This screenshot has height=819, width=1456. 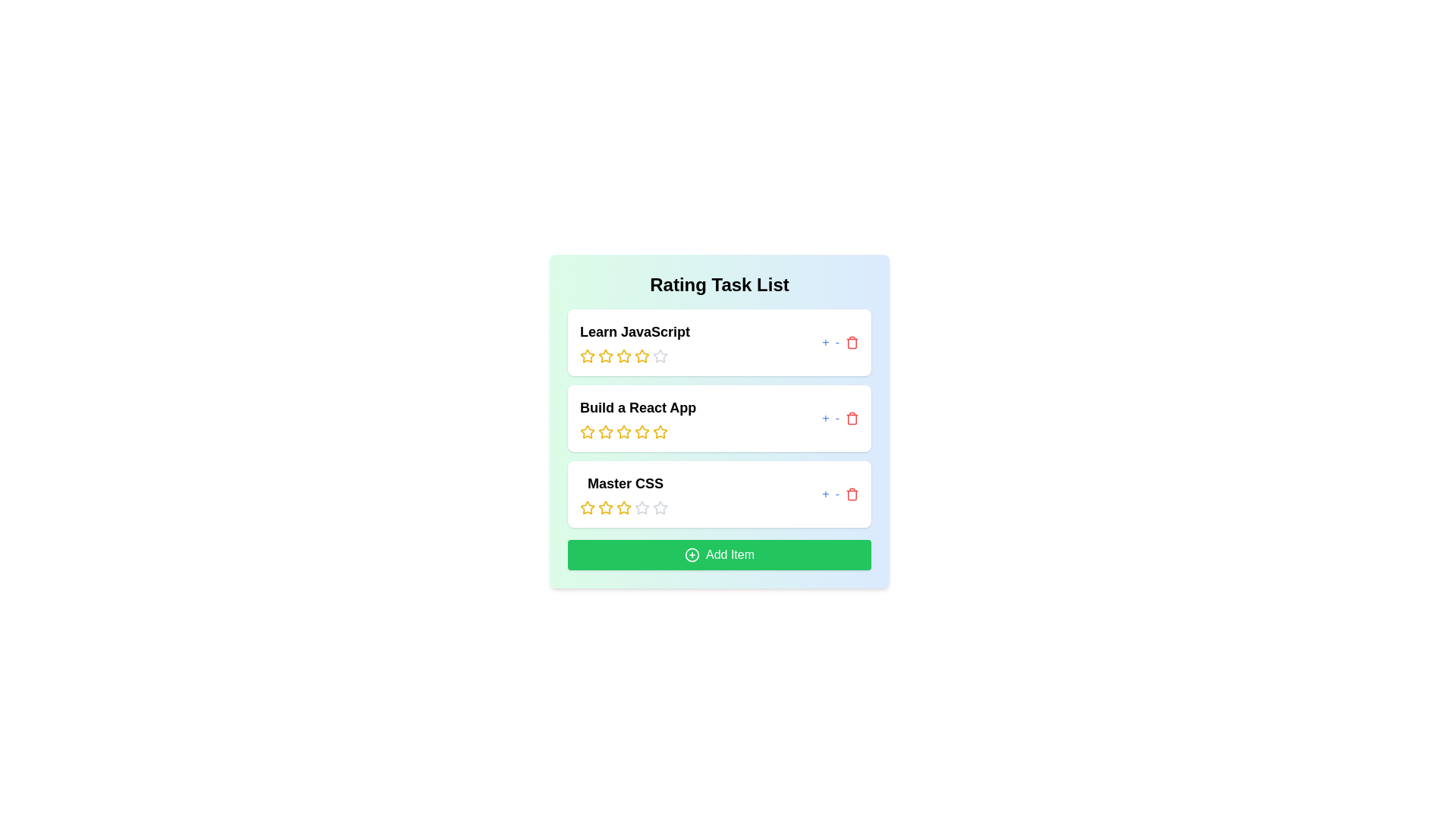 I want to click on '+' button to increase the rating of the item 'Master CSS' by 1, so click(x=825, y=494).